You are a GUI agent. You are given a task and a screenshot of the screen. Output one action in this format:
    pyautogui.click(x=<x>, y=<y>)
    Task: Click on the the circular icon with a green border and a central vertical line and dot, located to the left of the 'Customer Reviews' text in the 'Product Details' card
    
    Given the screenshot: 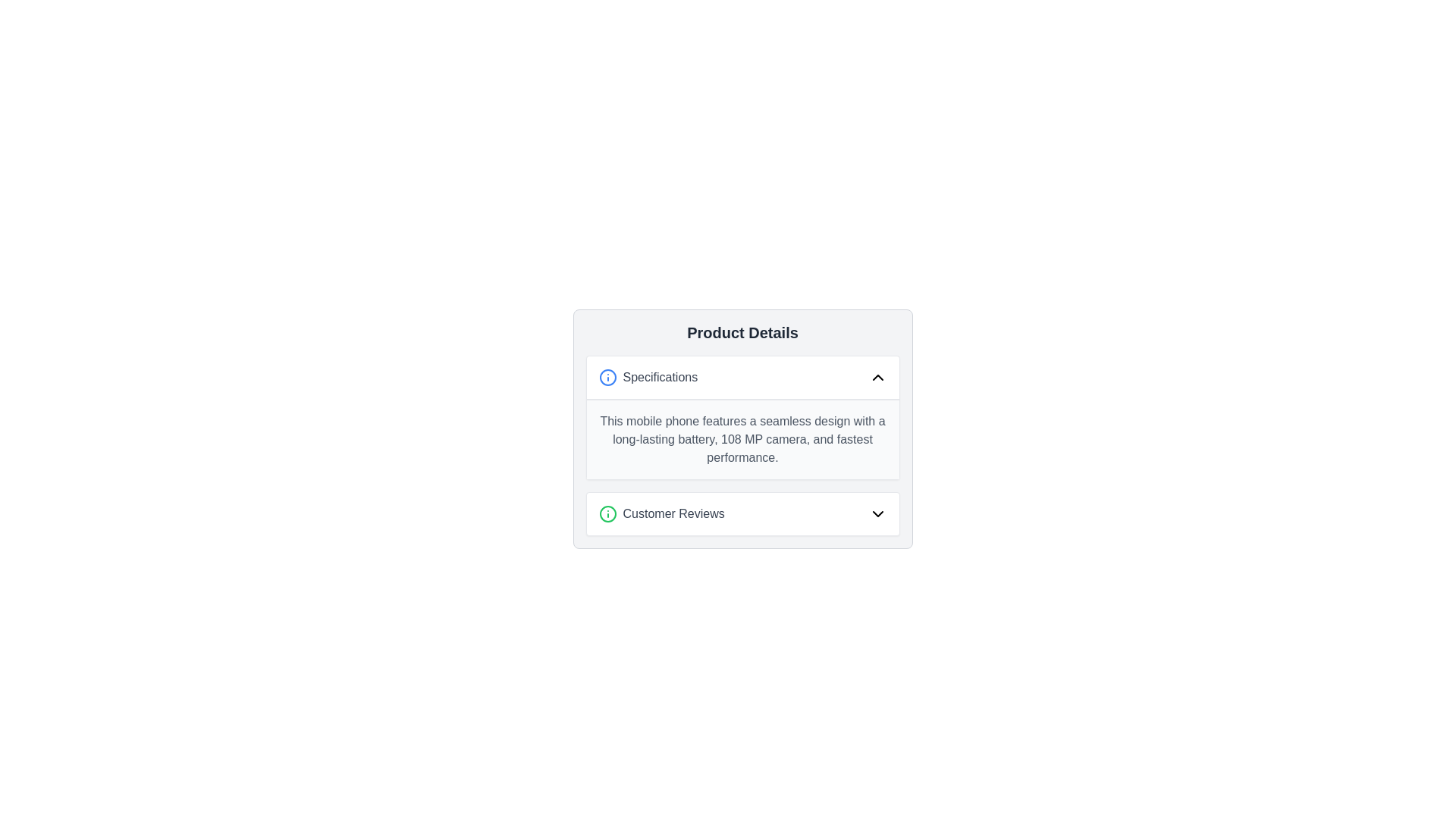 What is the action you would take?
    pyautogui.click(x=607, y=513)
    